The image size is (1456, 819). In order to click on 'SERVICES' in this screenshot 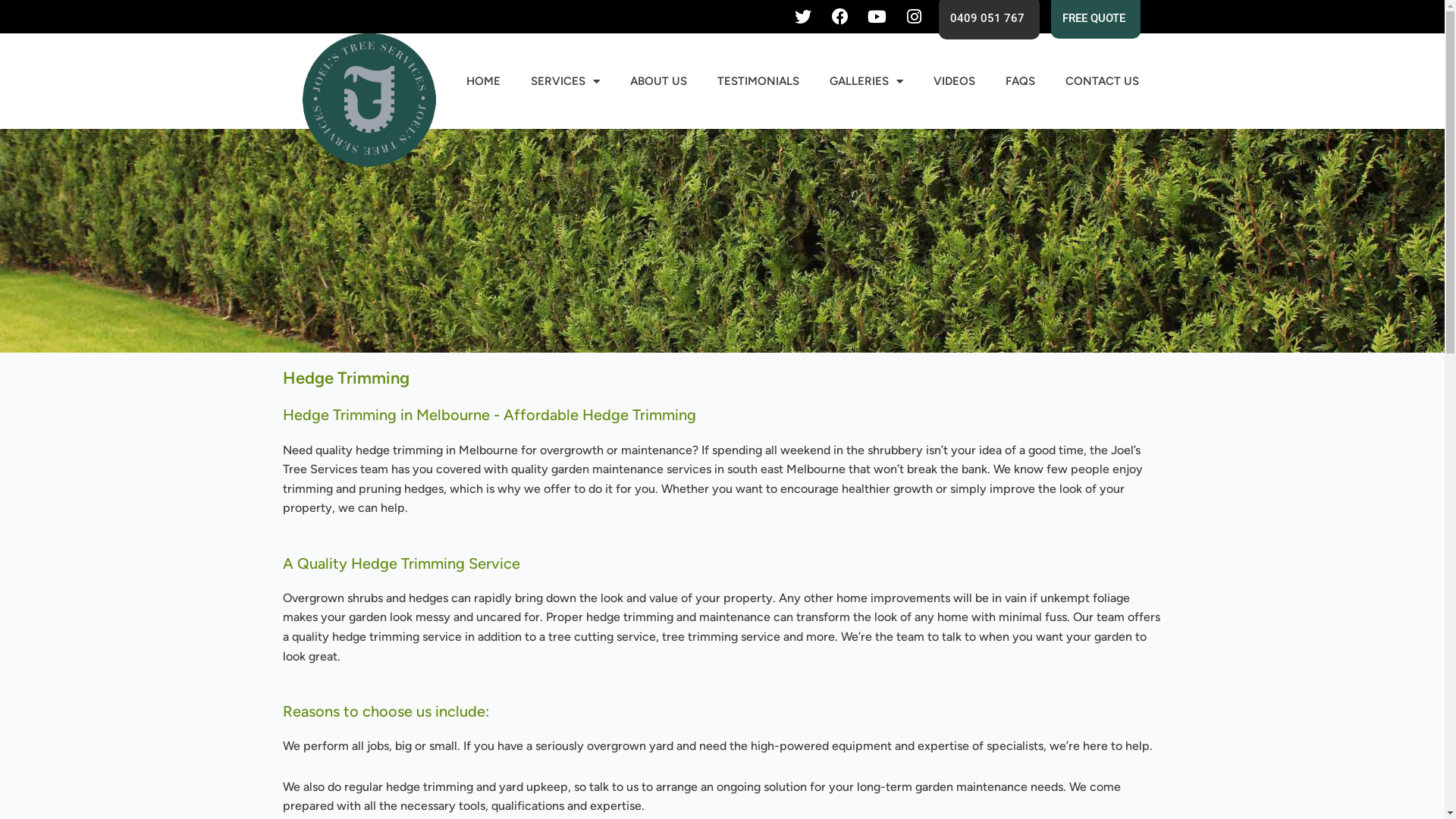, I will do `click(564, 81)`.